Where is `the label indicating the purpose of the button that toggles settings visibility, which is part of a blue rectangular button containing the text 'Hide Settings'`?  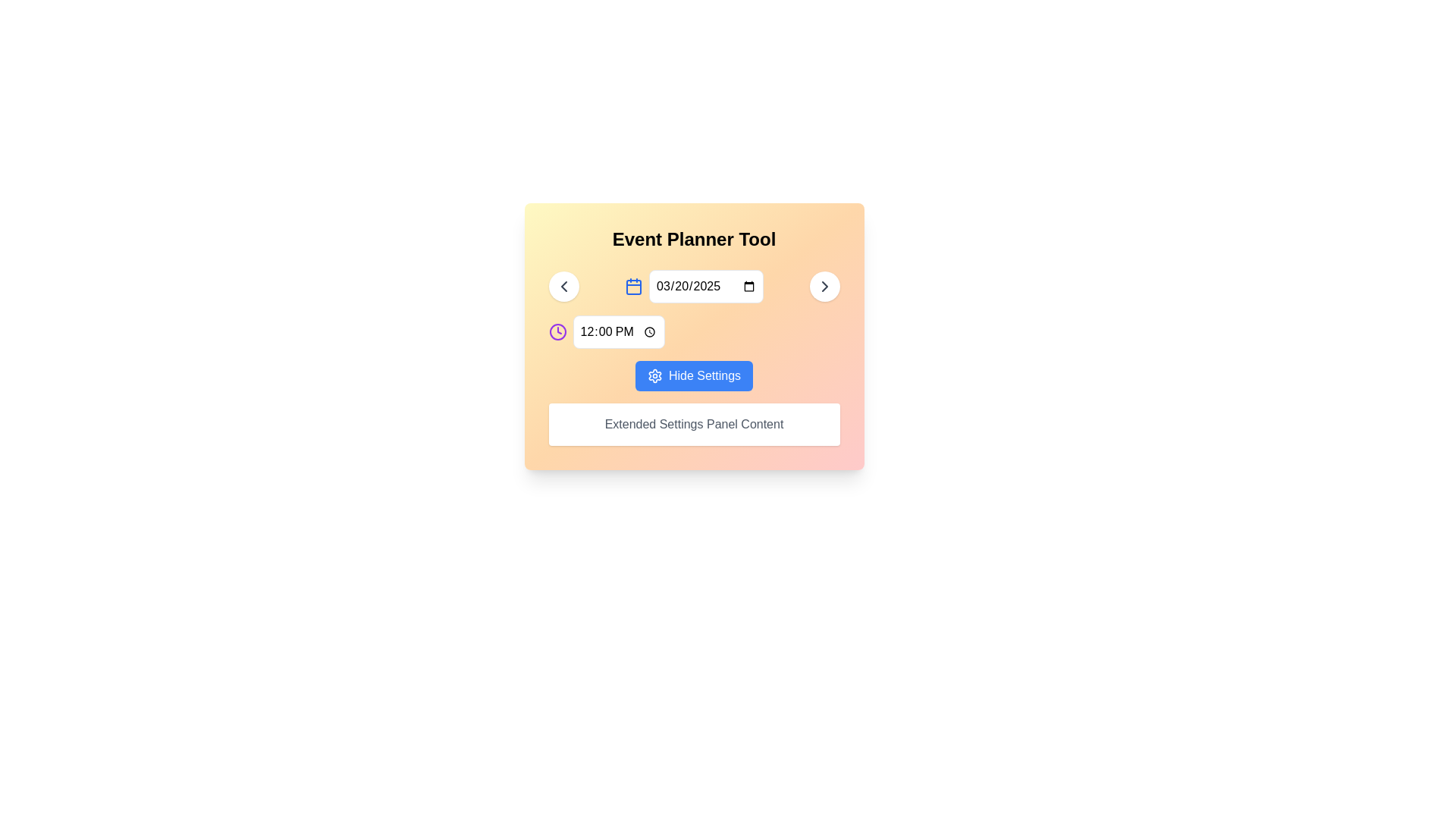 the label indicating the purpose of the button that toggles settings visibility, which is part of a blue rectangular button containing the text 'Hide Settings' is located at coordinates (704, 375).